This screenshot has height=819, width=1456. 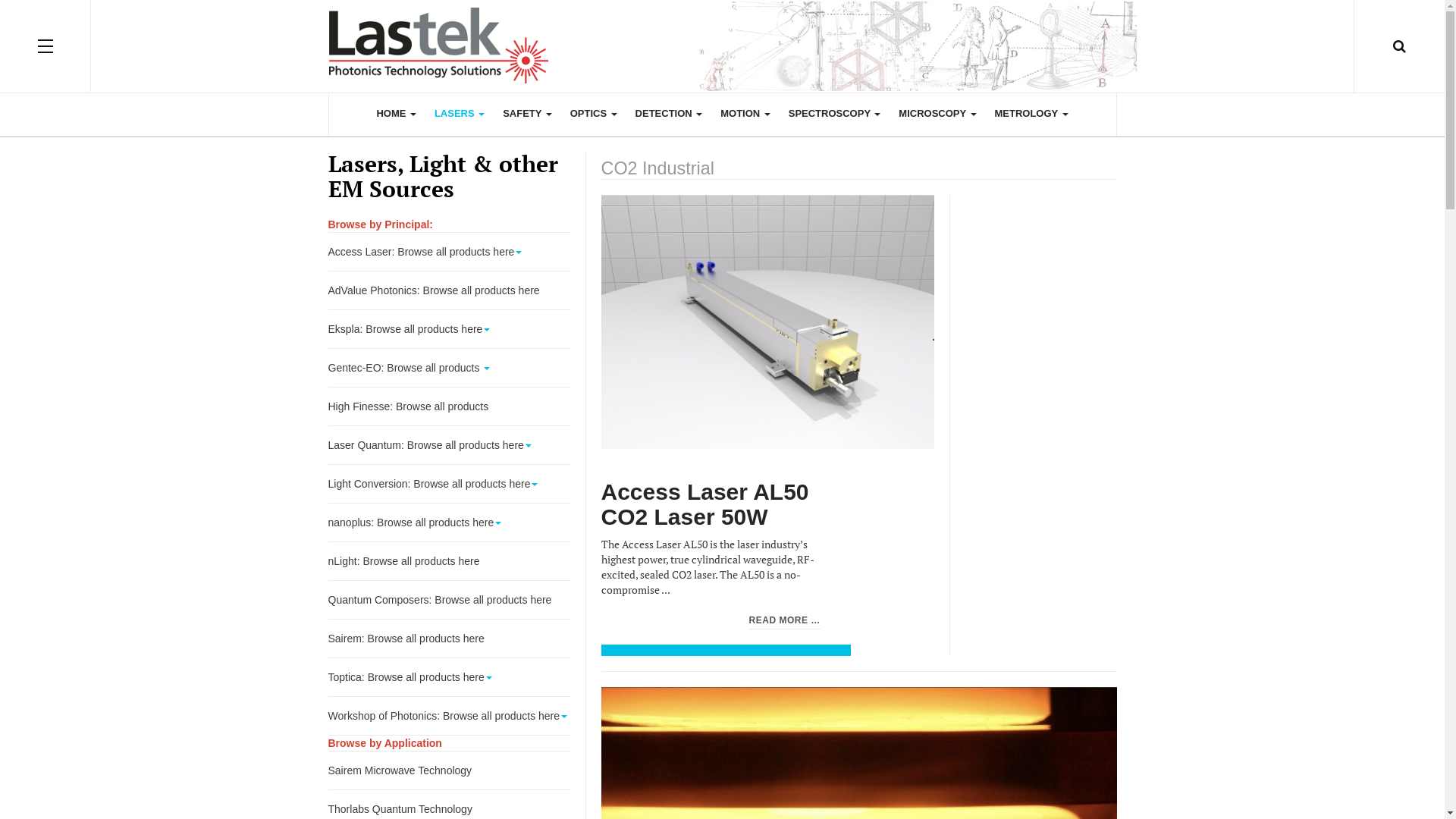 I want to click on 'nLight: Browse all products here', so click(x=447, y=561).